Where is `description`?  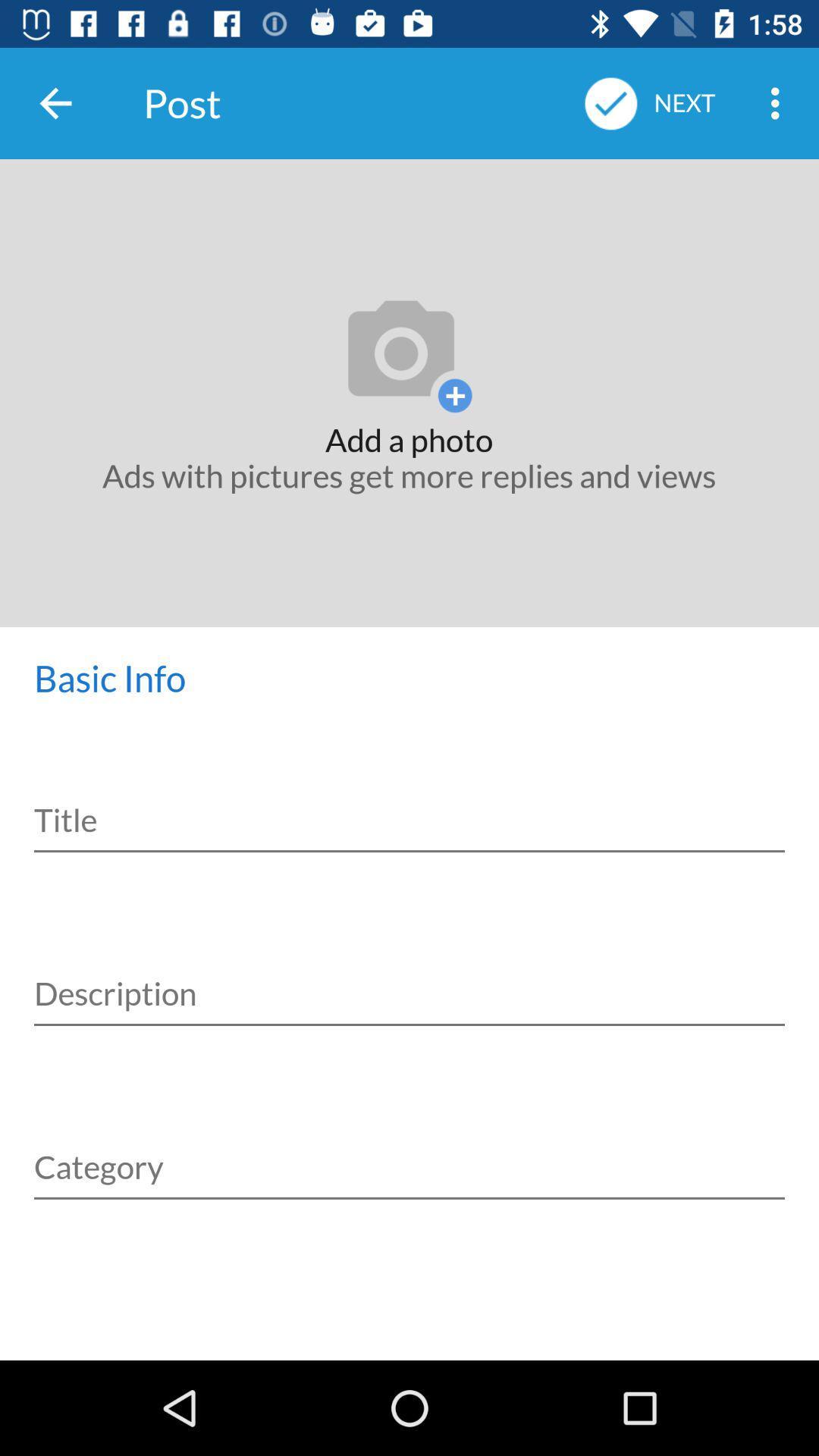 description is located at coordinates (409, 977).